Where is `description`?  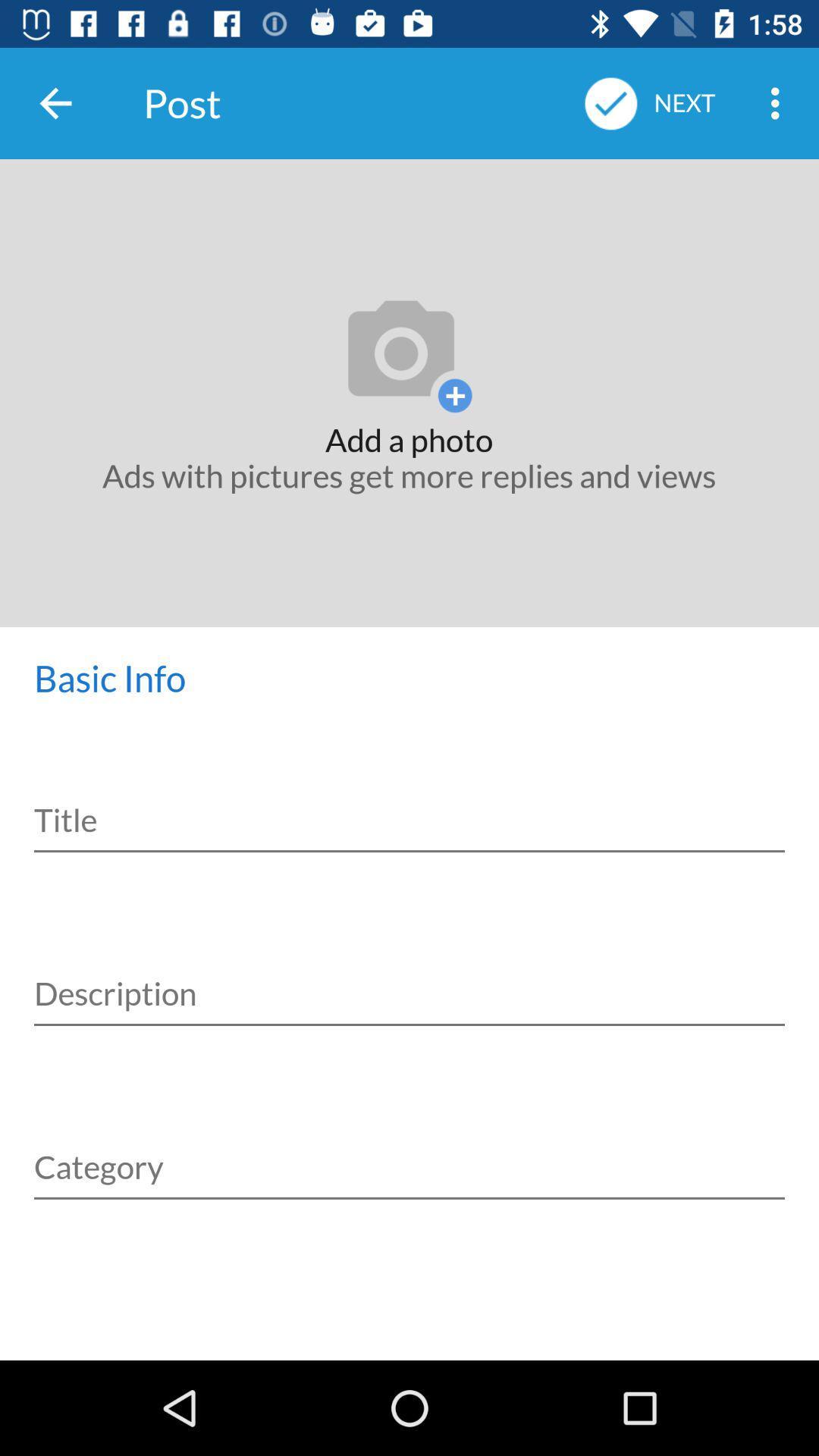 description is located at coordinates (409, 977).